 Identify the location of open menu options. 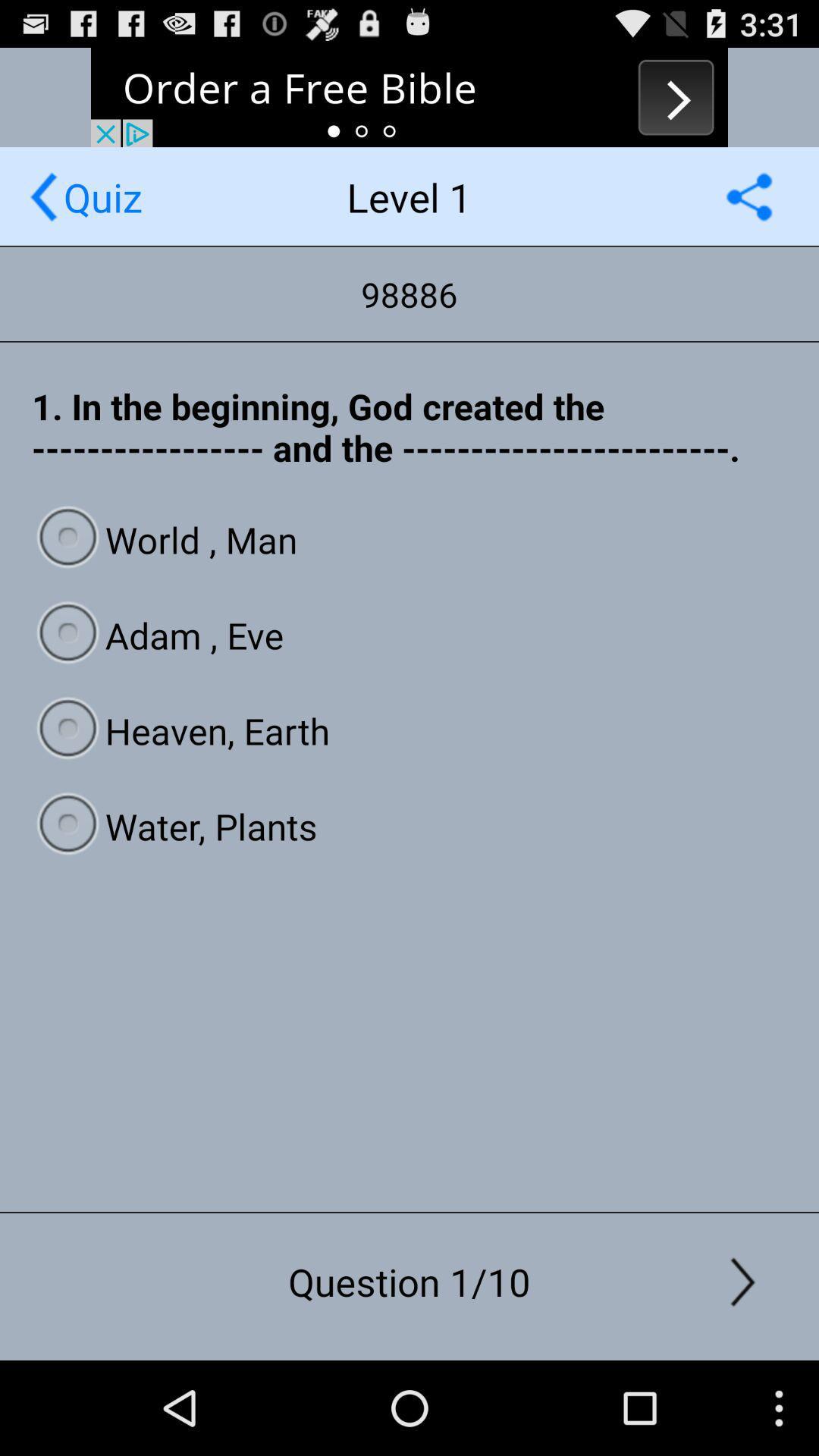
(748, 196).